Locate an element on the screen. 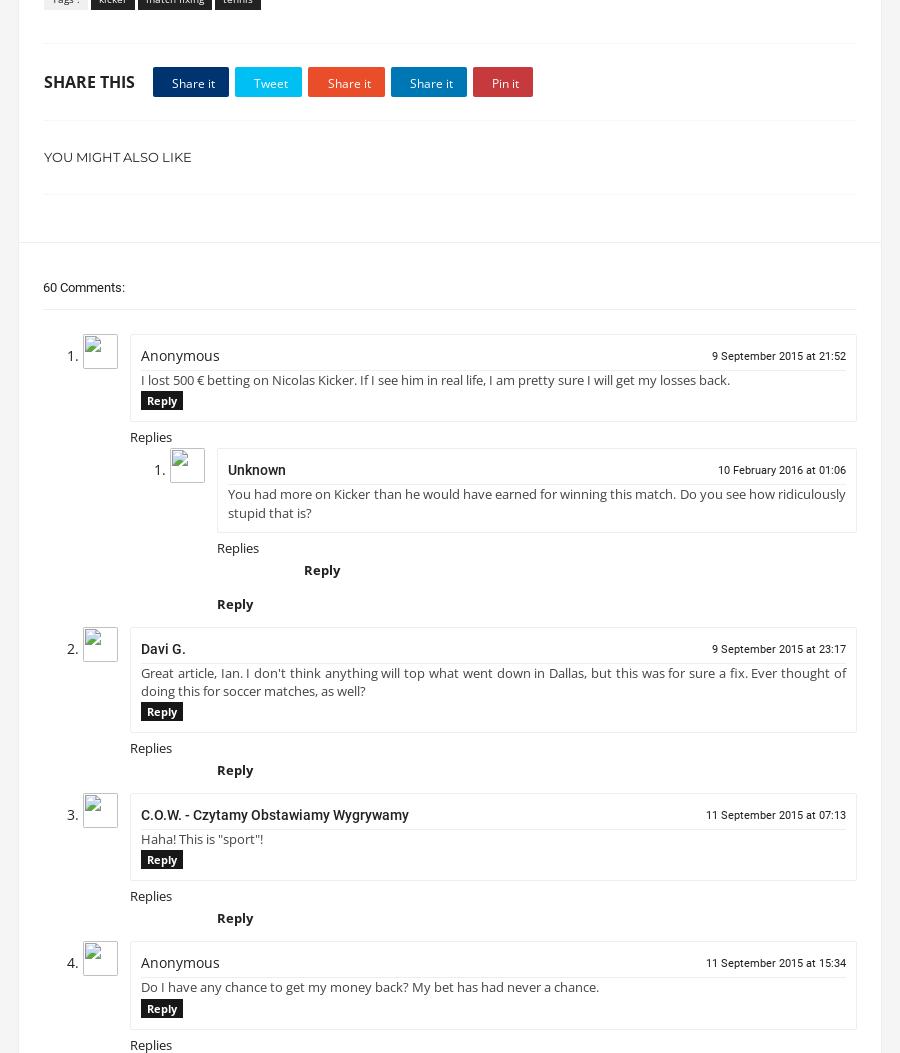 The height and width of the screenshot is (1053, 900). 'kicker' is located at coordinates (113, 6).